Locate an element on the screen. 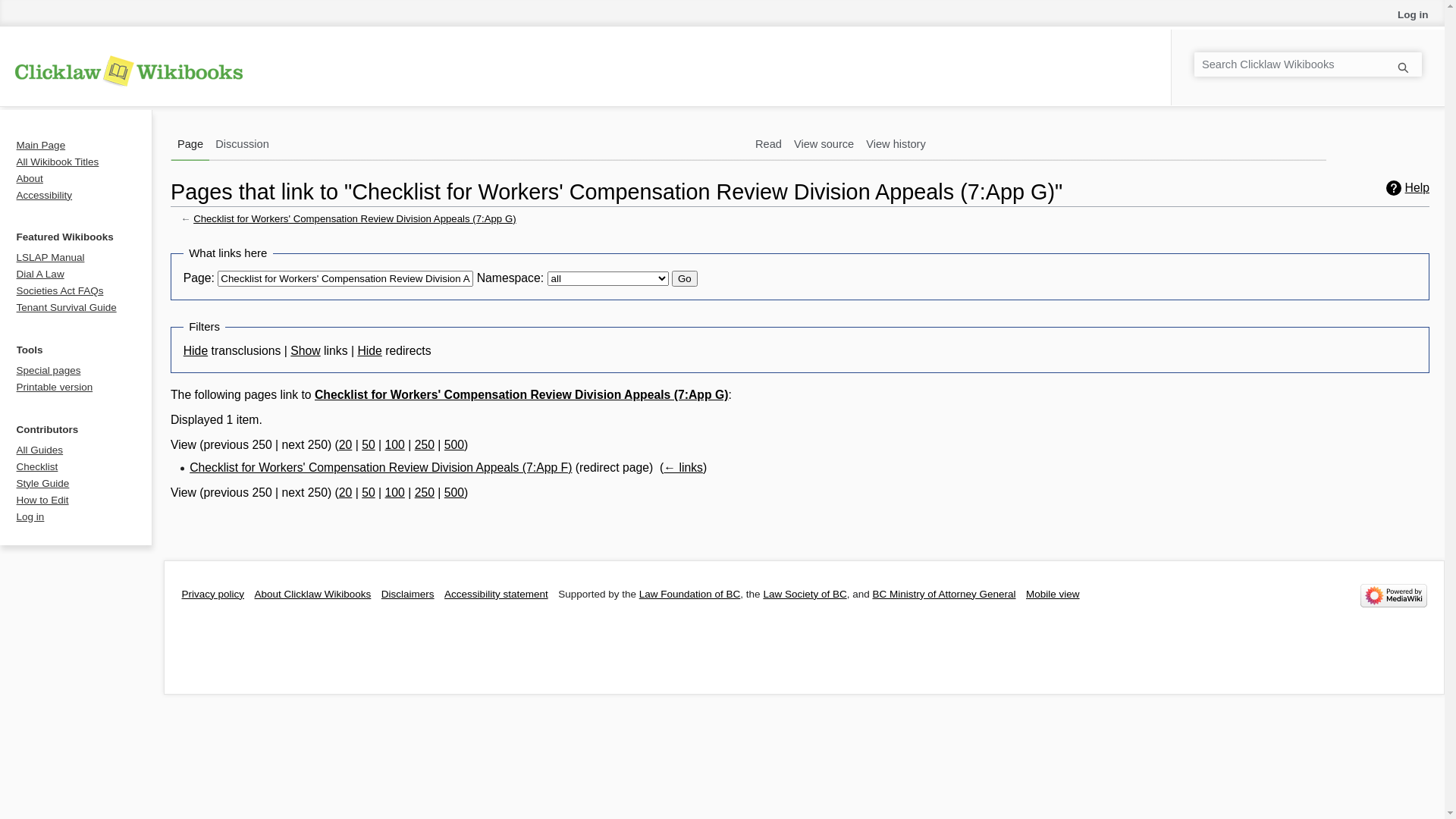  'Accessibility statement' is located at coordinates (496, 593).